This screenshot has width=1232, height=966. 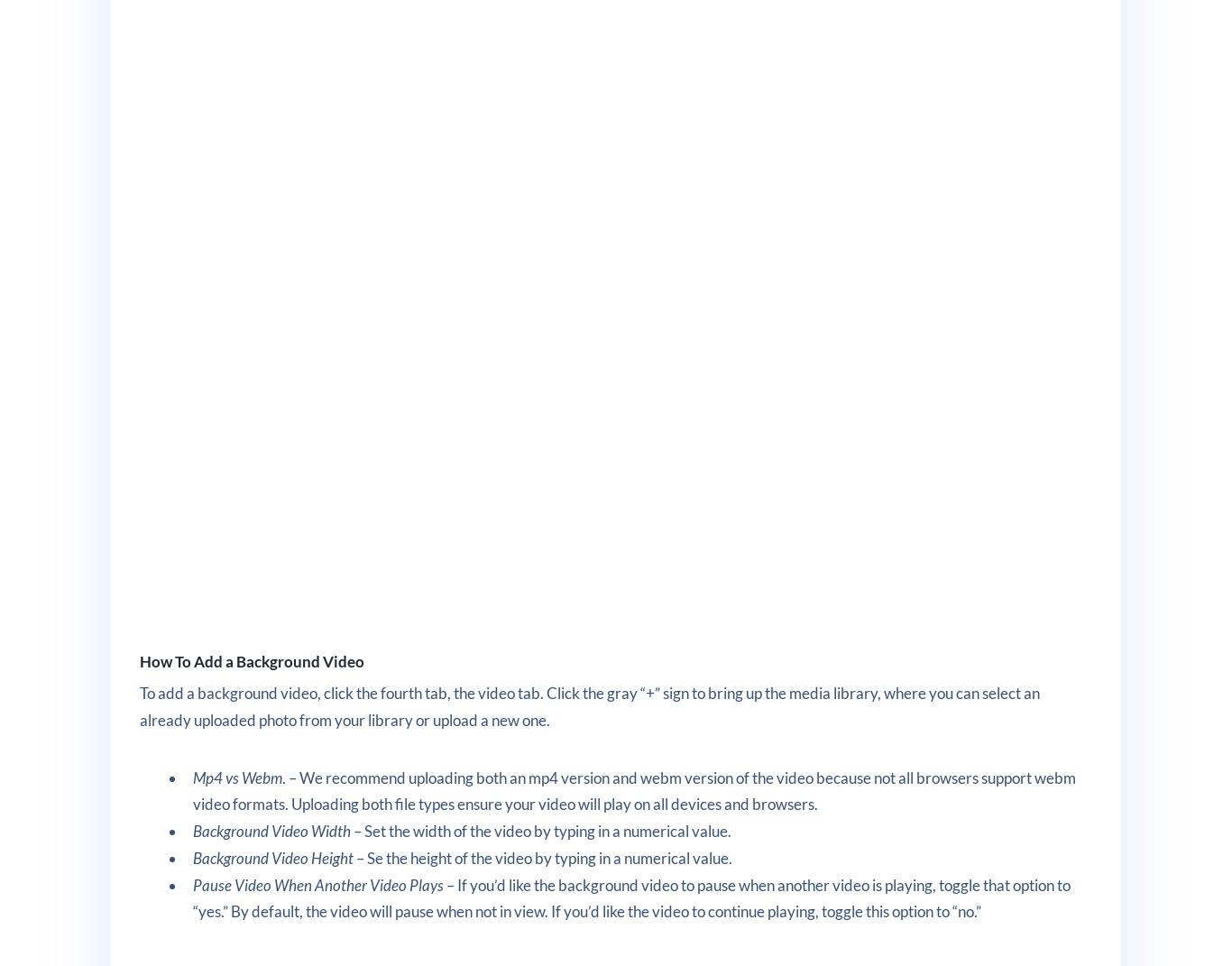 I want to click on '– Set the width of the video by typing in a numerical value.', so click(x=539, y=830).